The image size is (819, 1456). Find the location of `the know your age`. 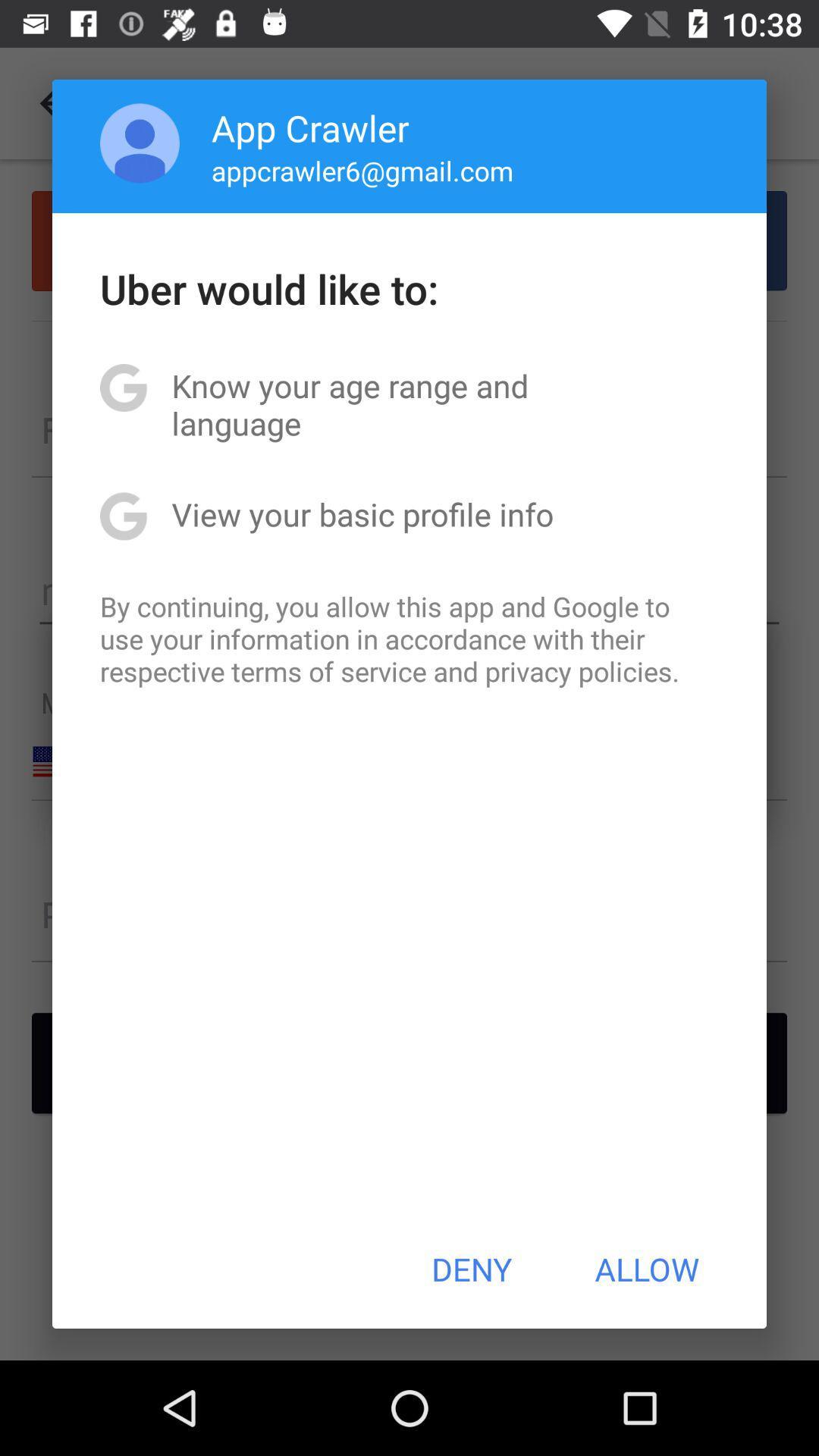

the know your age is located at coordinates (409, 404).